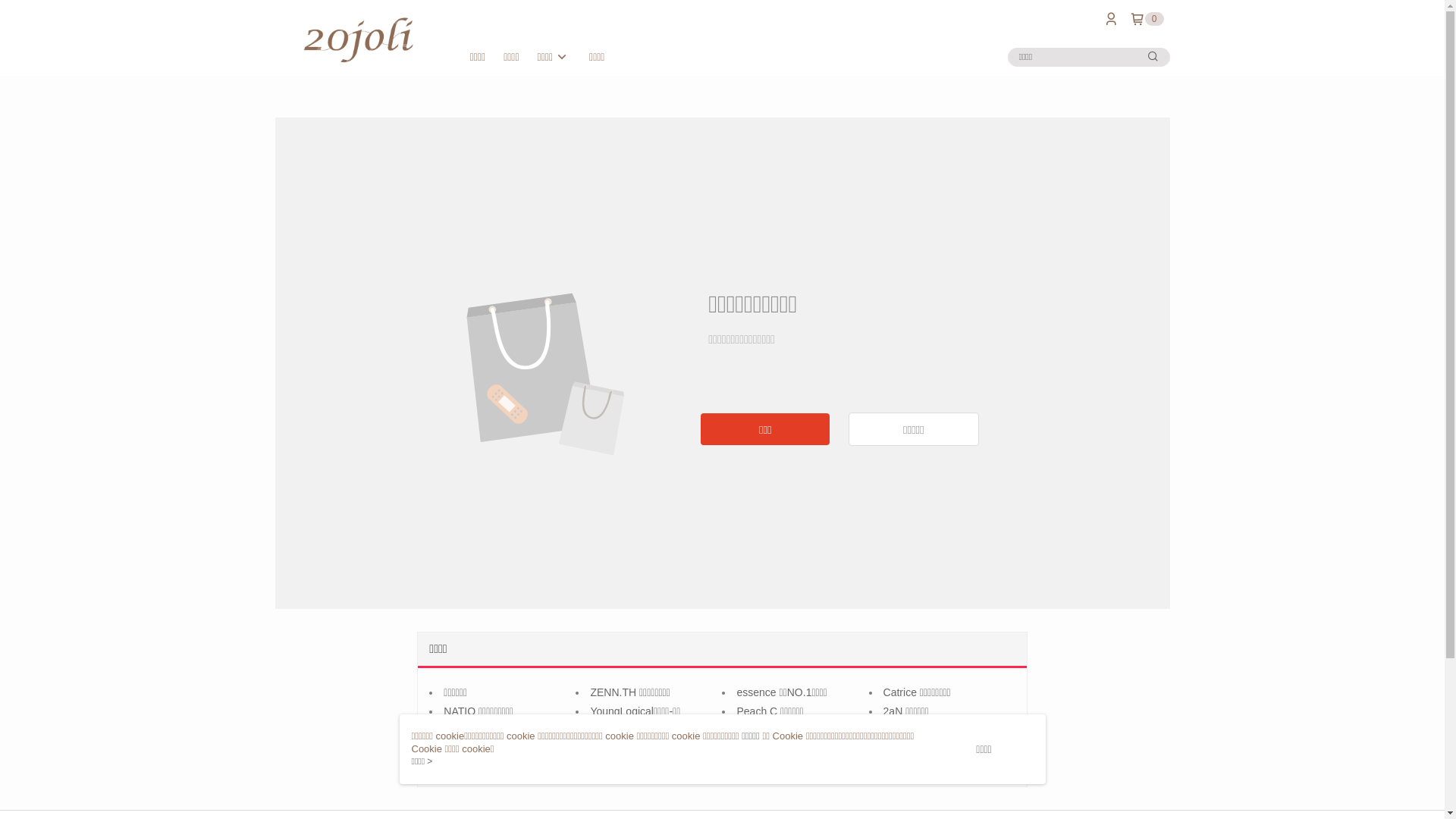 The height and width of the screenshot is (819, 1456). I want to click on '0', so click(1129, 18).